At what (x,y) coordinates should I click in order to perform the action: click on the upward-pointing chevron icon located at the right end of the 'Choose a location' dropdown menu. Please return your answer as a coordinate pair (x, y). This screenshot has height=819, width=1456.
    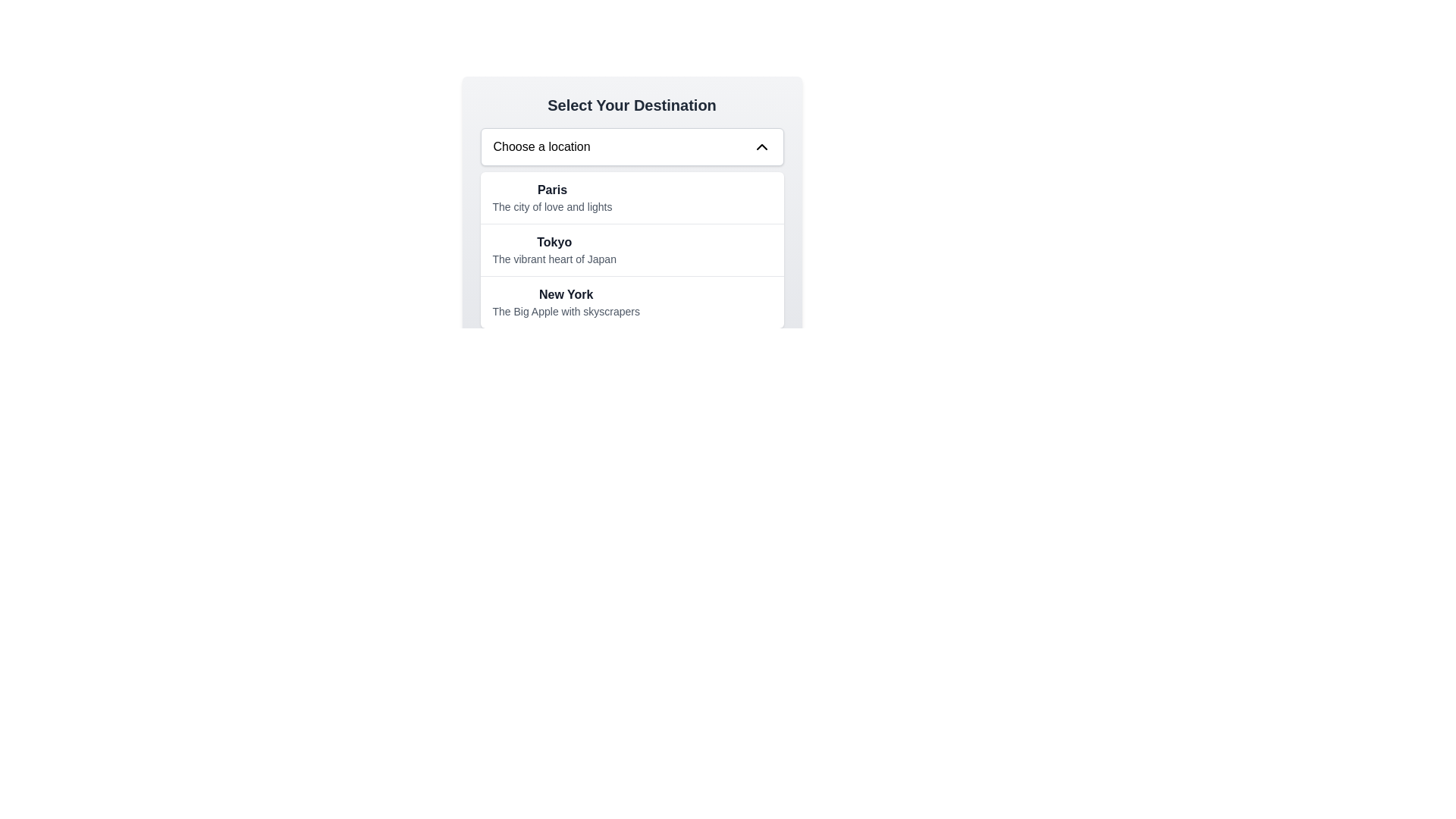
    Looking at the image, I should click on (761, 146).